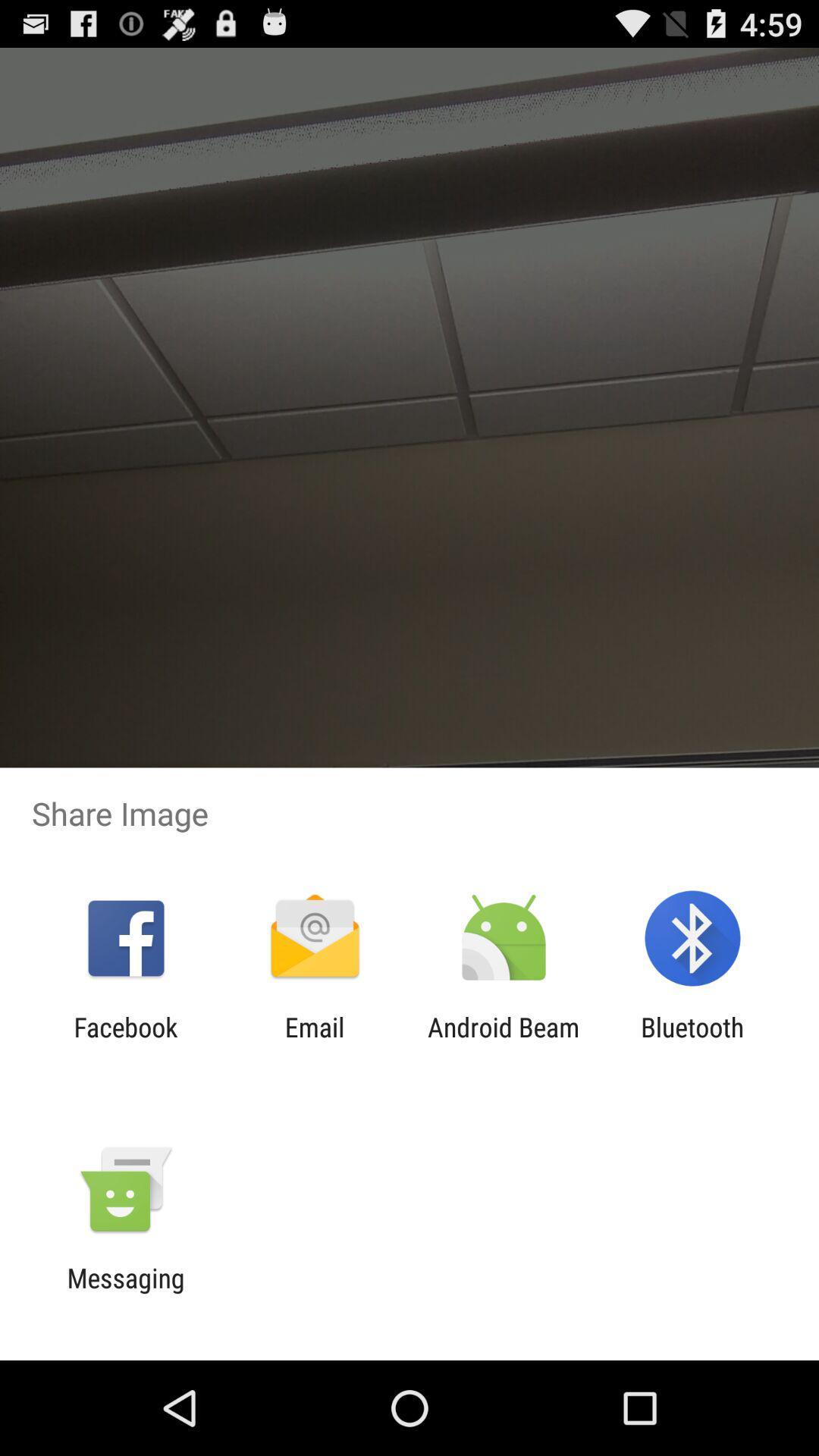  I want to click on the icon at the bottom right corner, so click(692, 1042).